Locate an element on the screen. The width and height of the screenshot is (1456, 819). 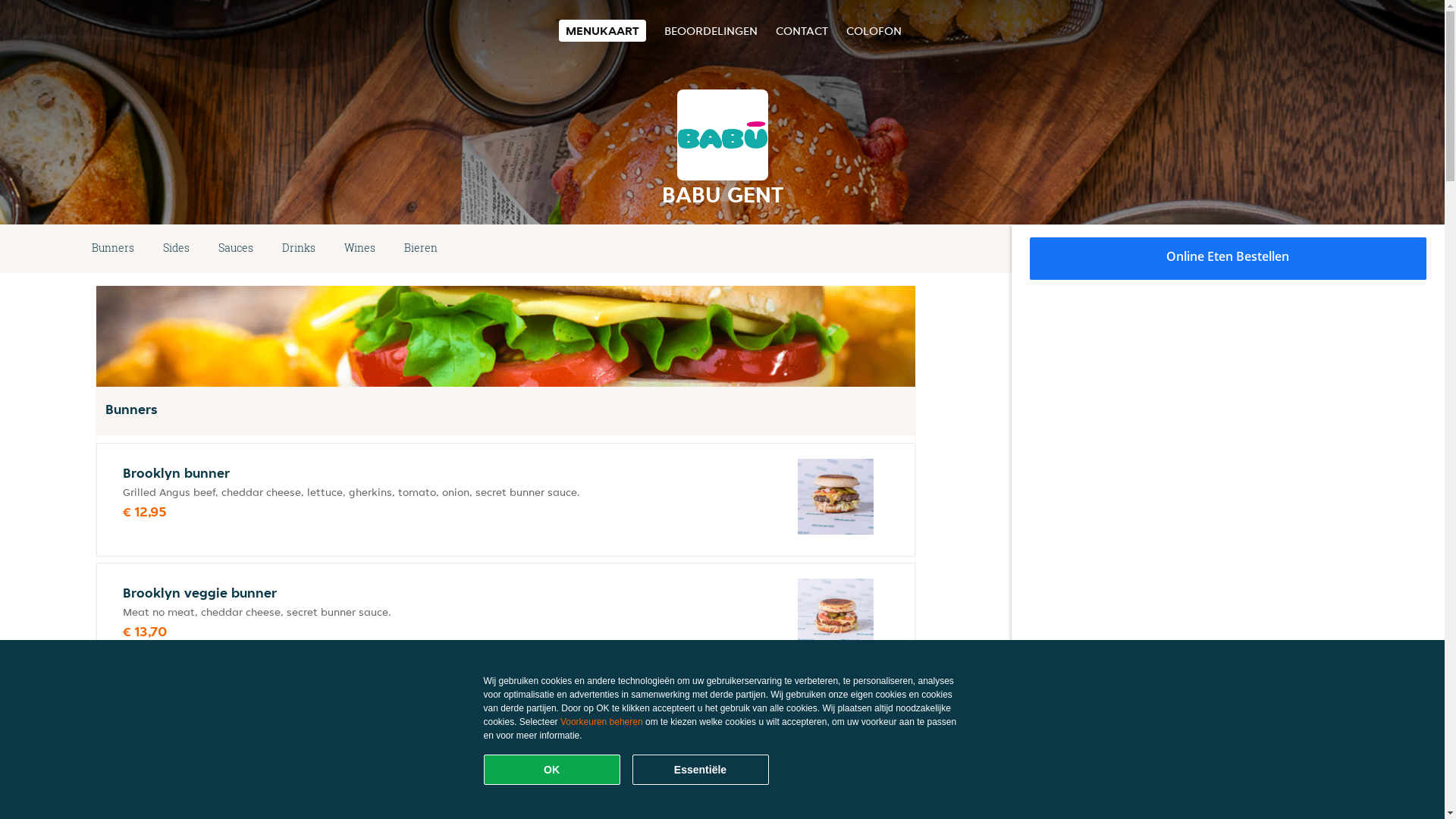
'Wines' is located at coordinates (359, 247).